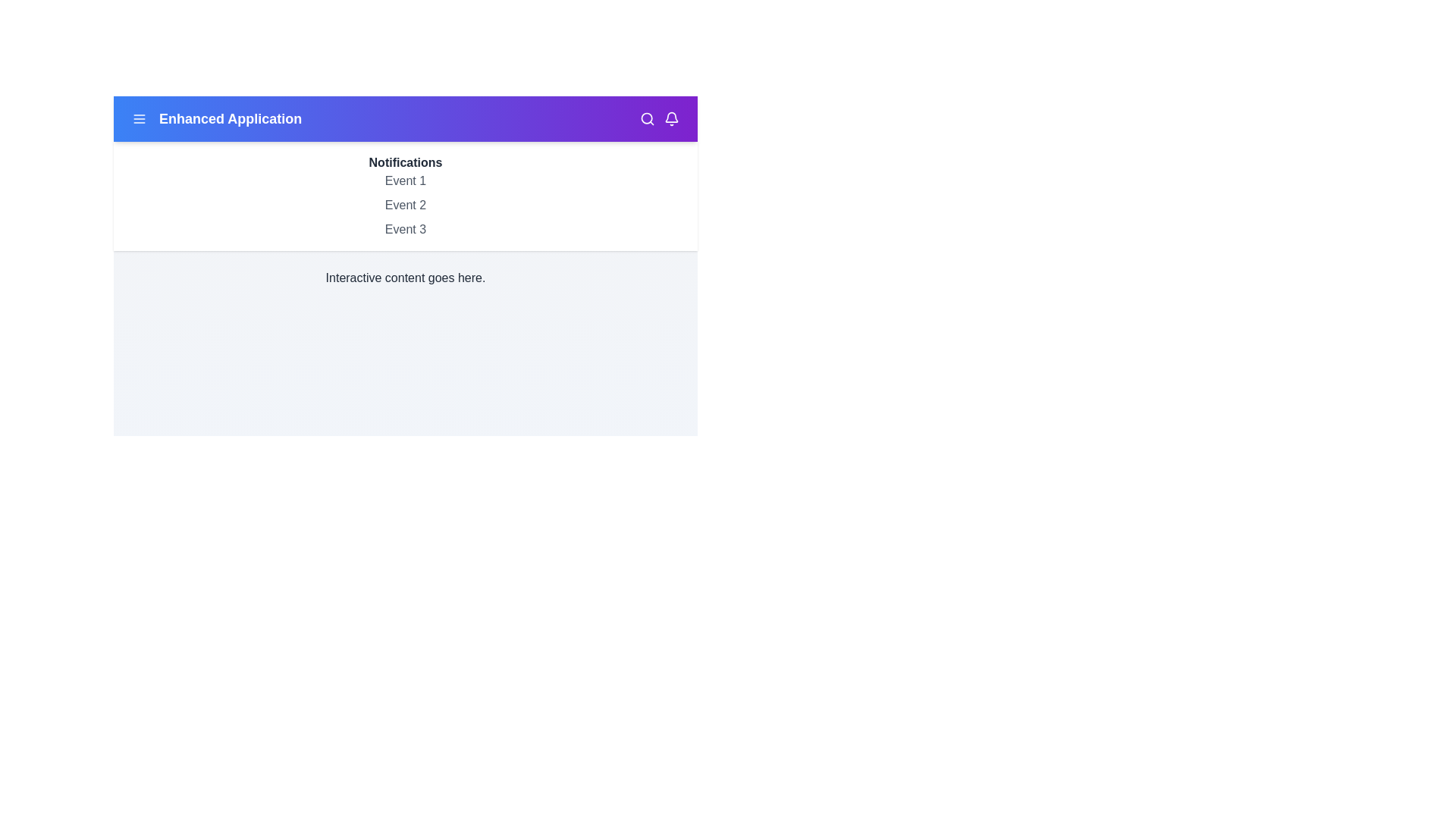 This screenshot has width=1456, height=819. Describe the element at coordinates (671, 118) in the screenshot. I see `the bell icon to toggle the notifications panel` at that location.